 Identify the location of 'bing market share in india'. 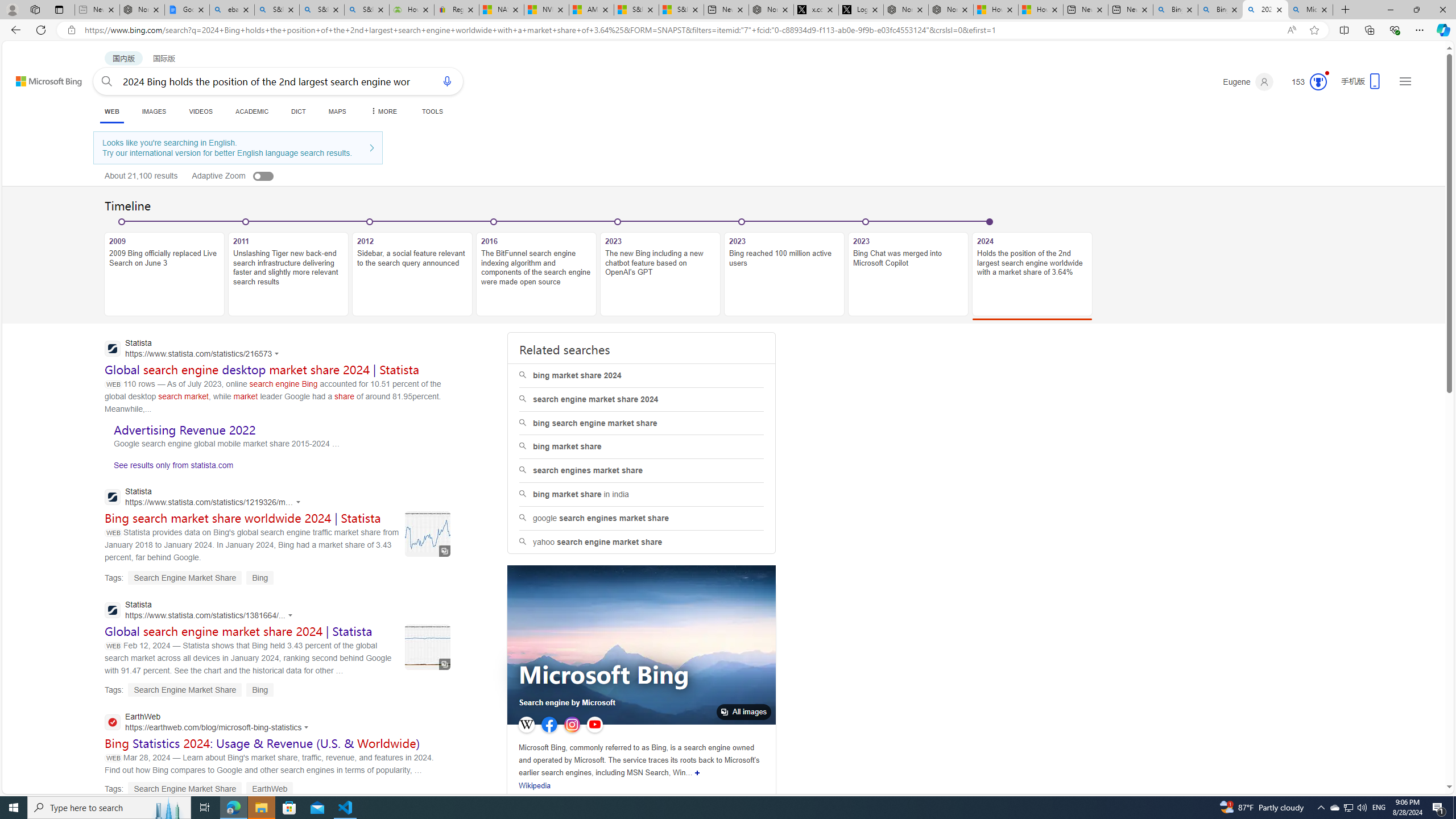
(642, 494).